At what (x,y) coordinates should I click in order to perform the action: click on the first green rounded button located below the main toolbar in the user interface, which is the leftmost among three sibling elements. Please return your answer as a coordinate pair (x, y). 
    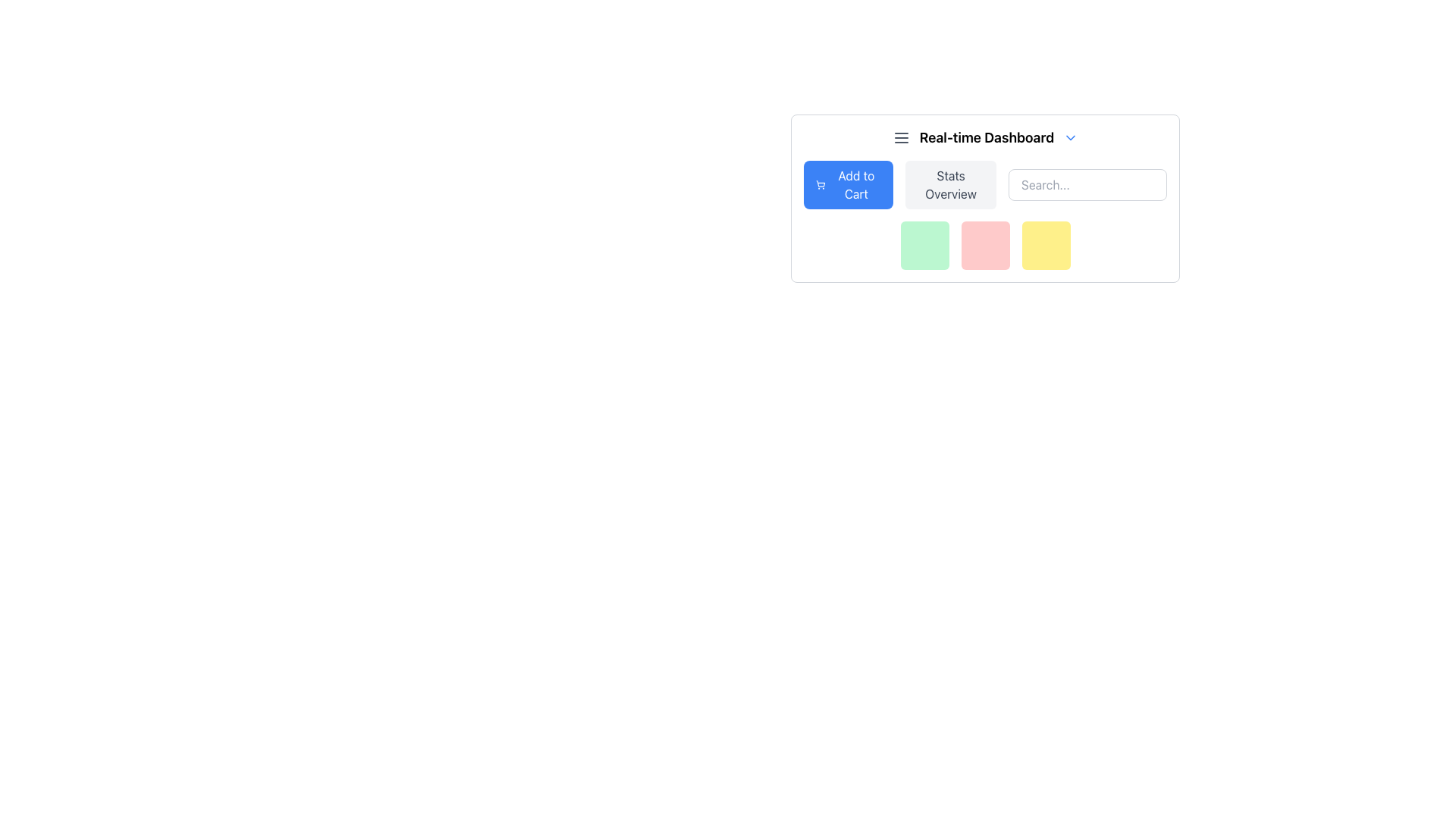
    Looking at the image, I should click on (924, 245).